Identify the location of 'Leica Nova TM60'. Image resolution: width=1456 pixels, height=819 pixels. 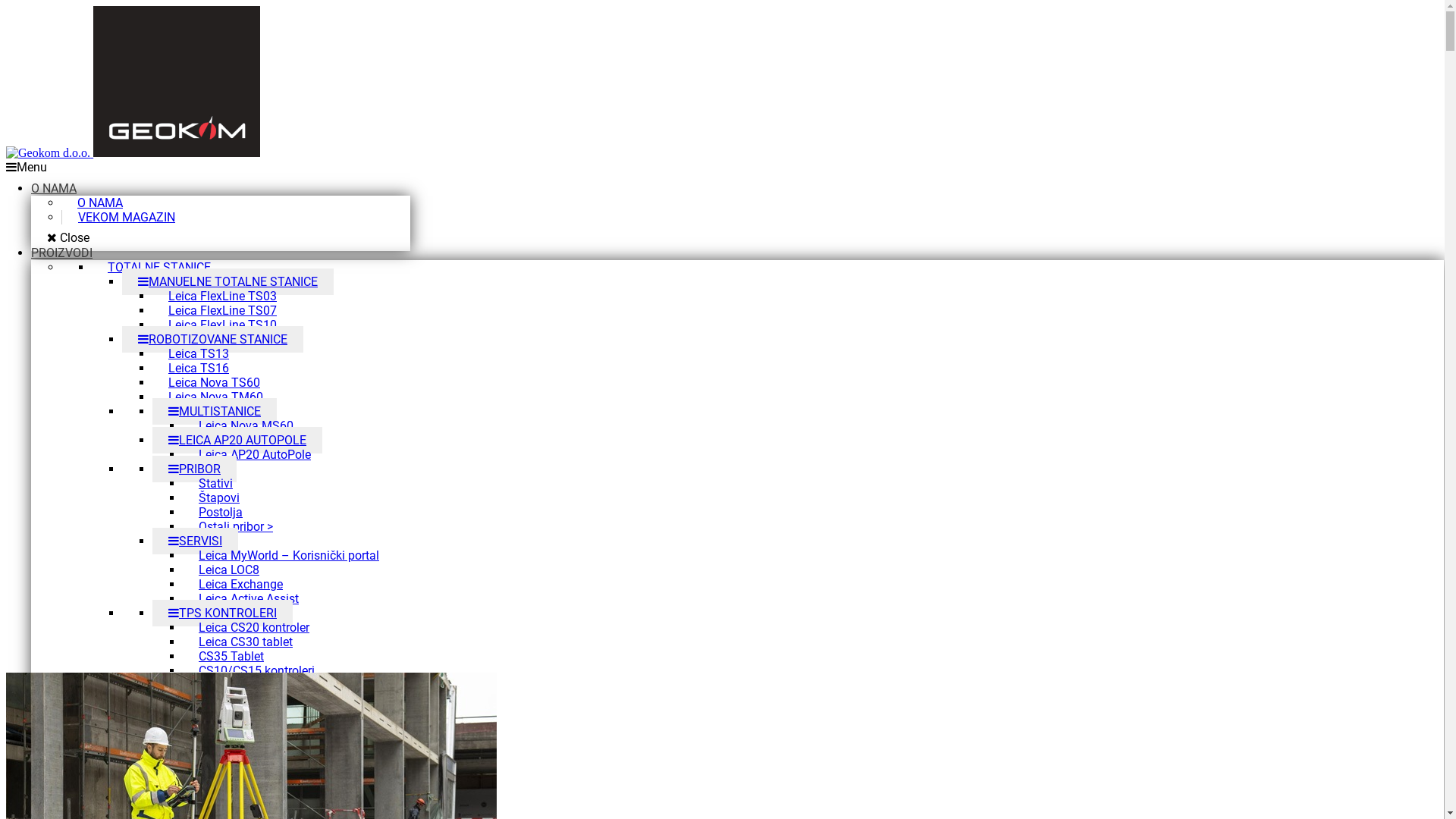
(215, 396).